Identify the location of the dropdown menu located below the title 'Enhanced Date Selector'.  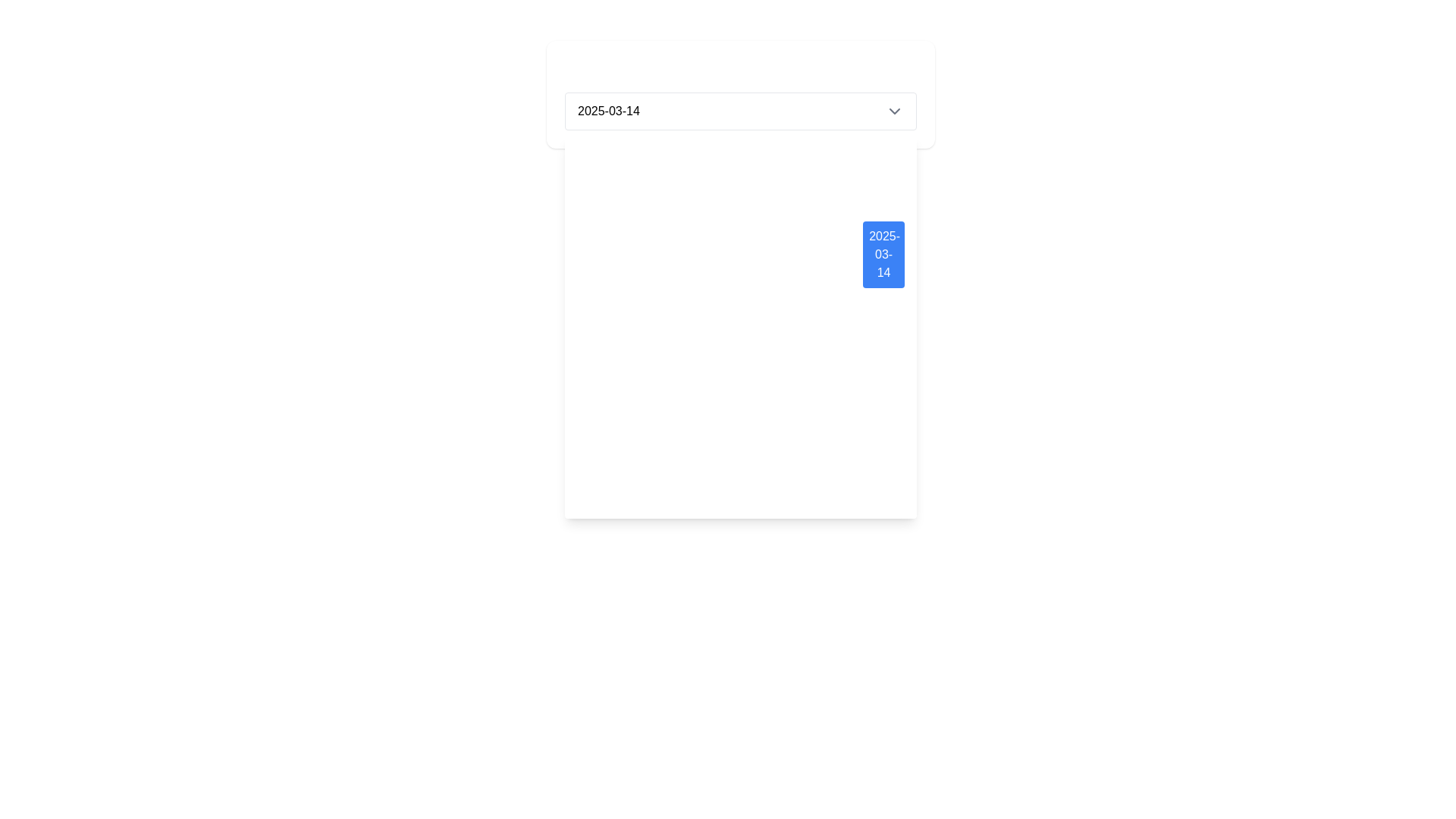
(741, 110).